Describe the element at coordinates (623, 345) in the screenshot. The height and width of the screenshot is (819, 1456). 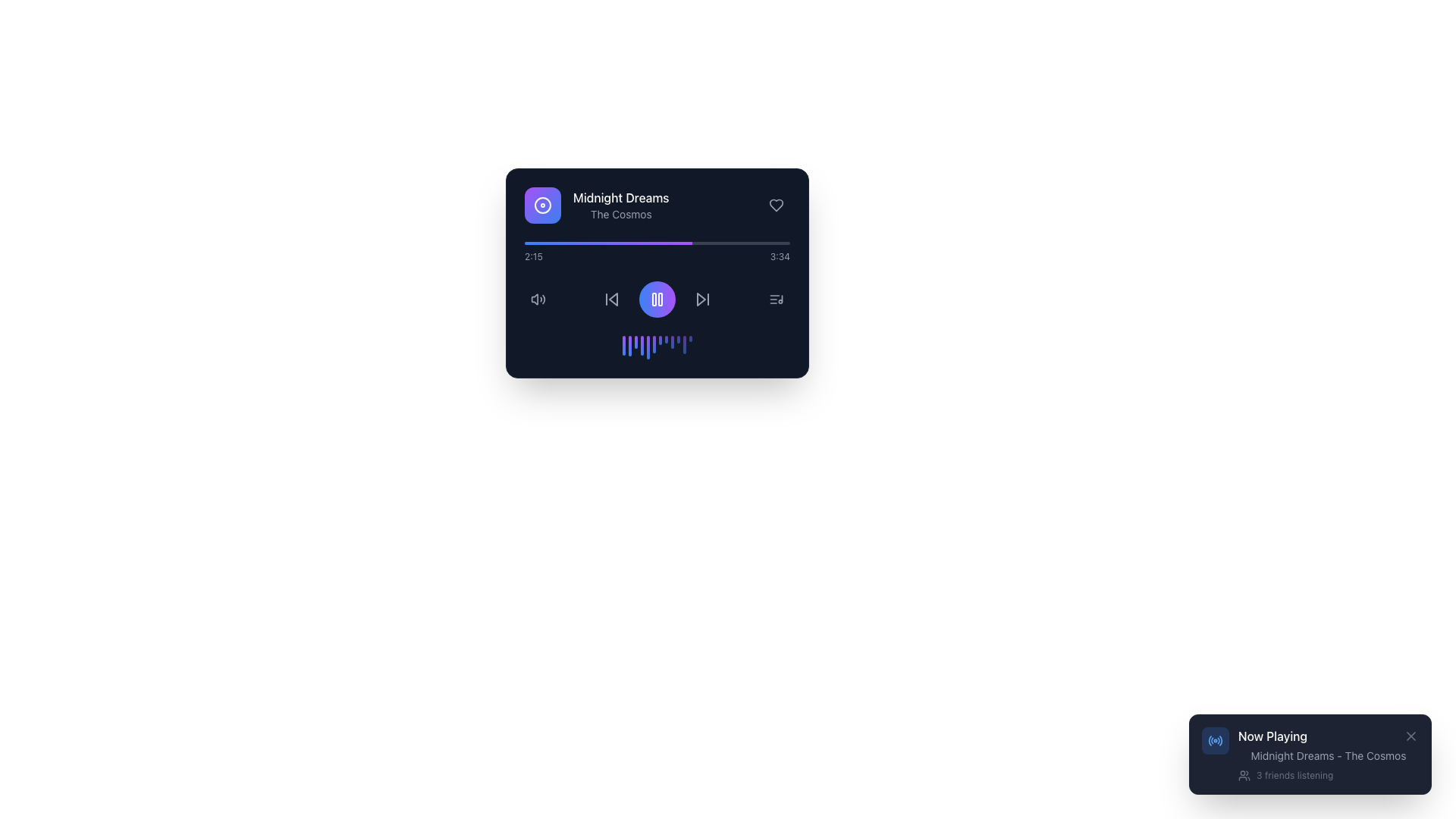
I see `the vertical gradient visual indicator, which transitions from blue at the base to purple at the top and is the first in a sequence of 12 similar bars in the music player widget` at that location.